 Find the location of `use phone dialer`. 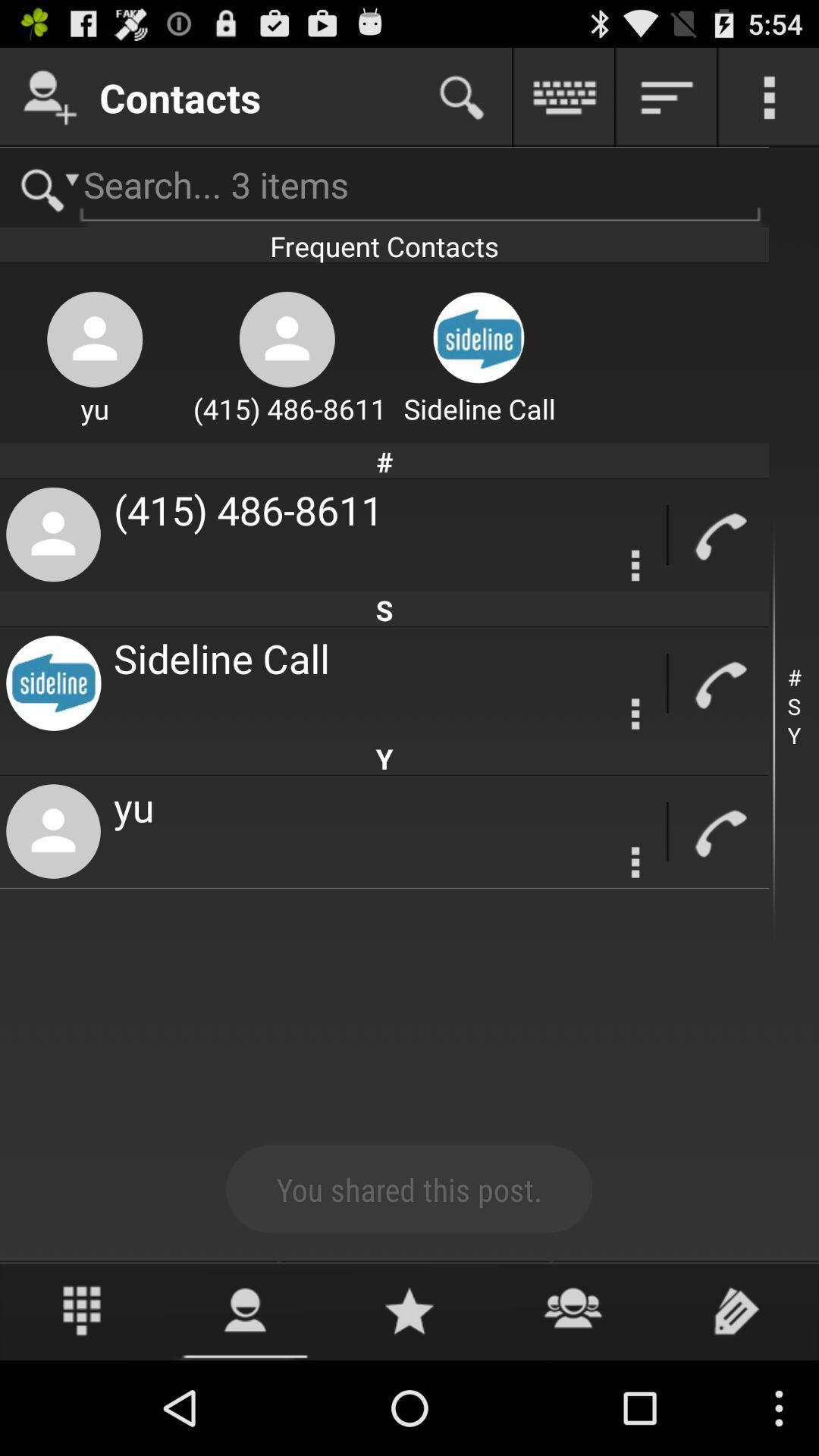

use phone dialer is located at coordinates (82, 1310).